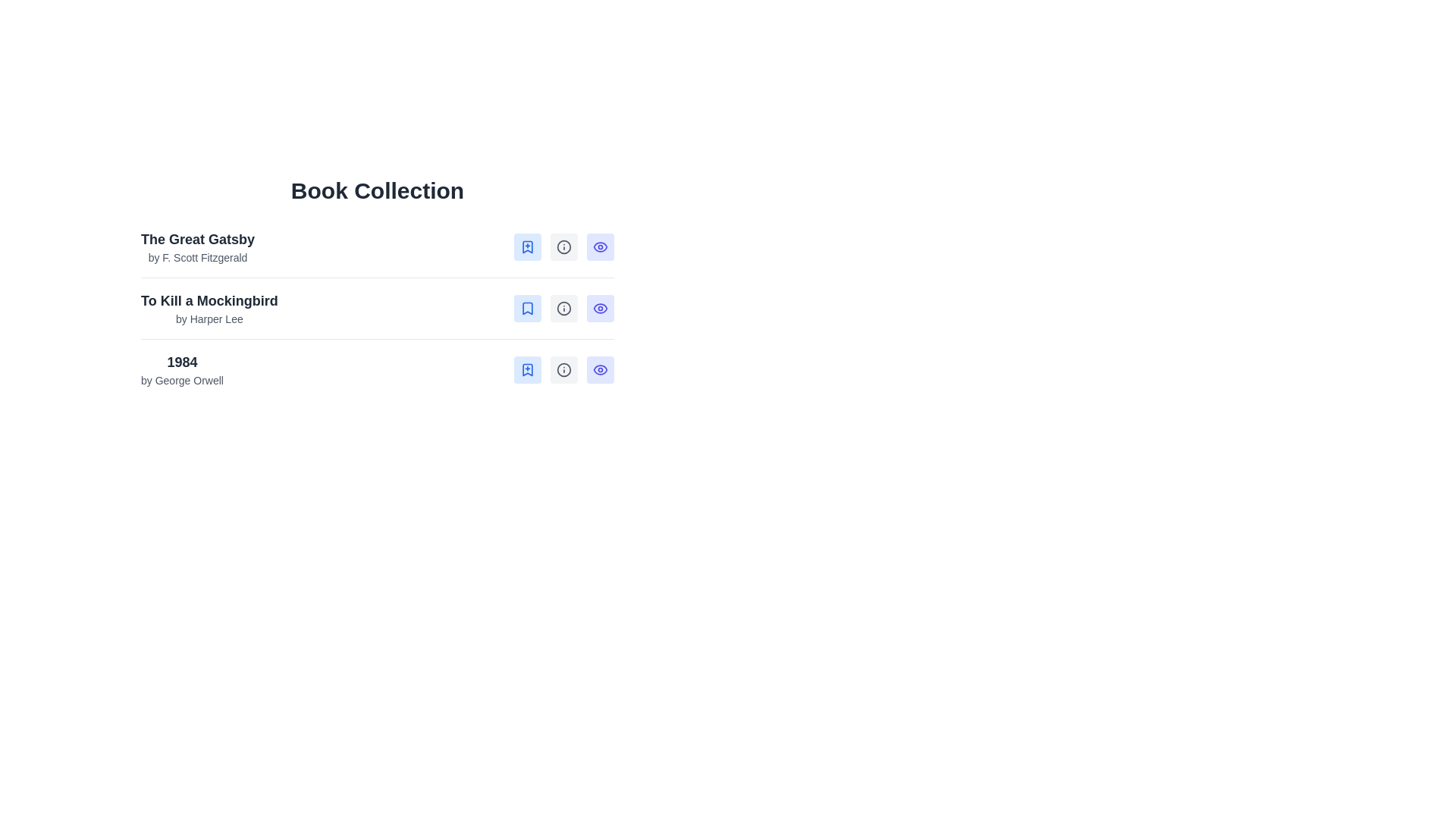  What do you see at coordinates (600, 246) in the screenshot?
I see `the 'View Summary' button, which is the third button from the right in its group` at bounding box center [600, 246].